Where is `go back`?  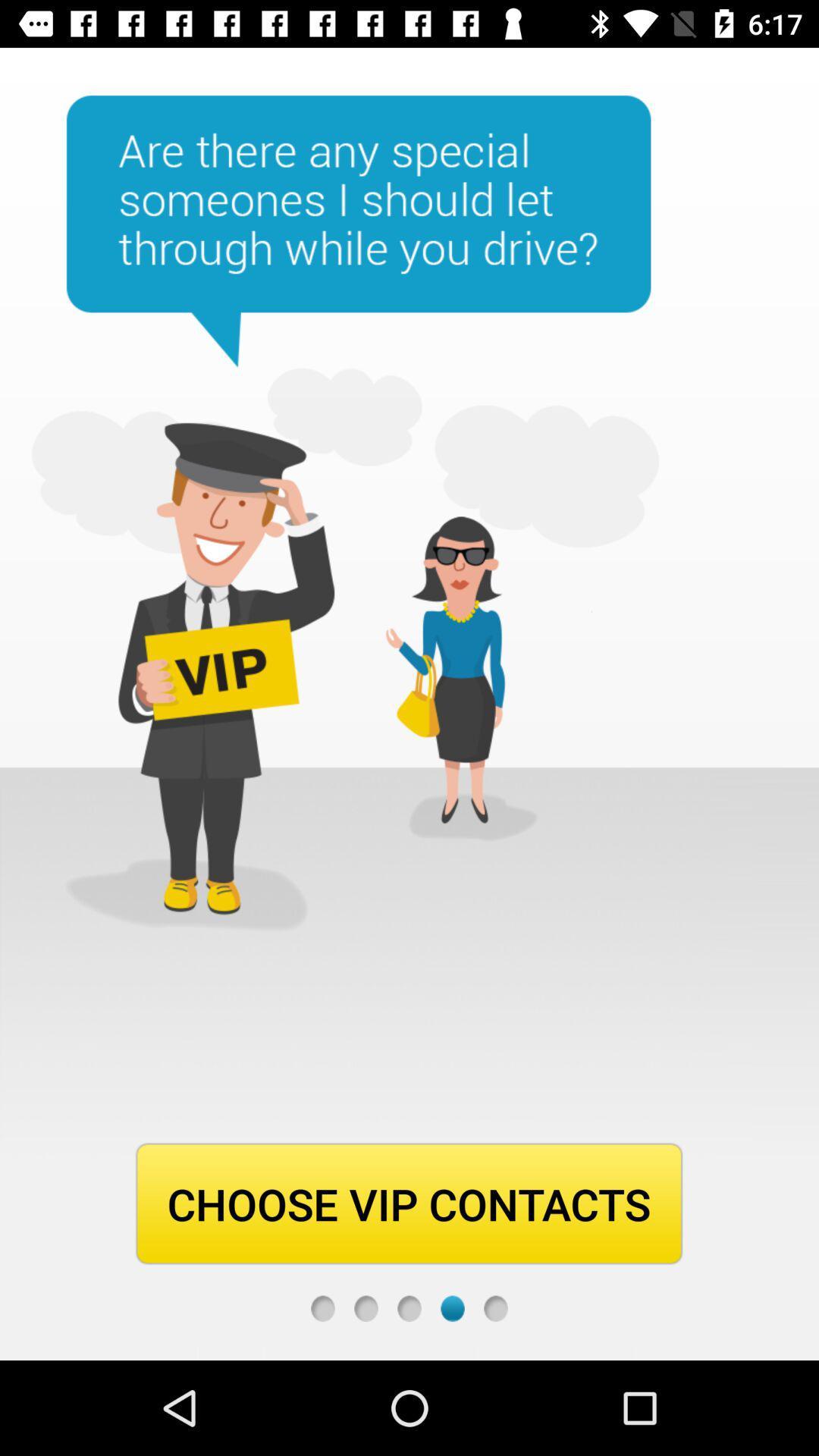
go back is located at coordinates (409, 1307).